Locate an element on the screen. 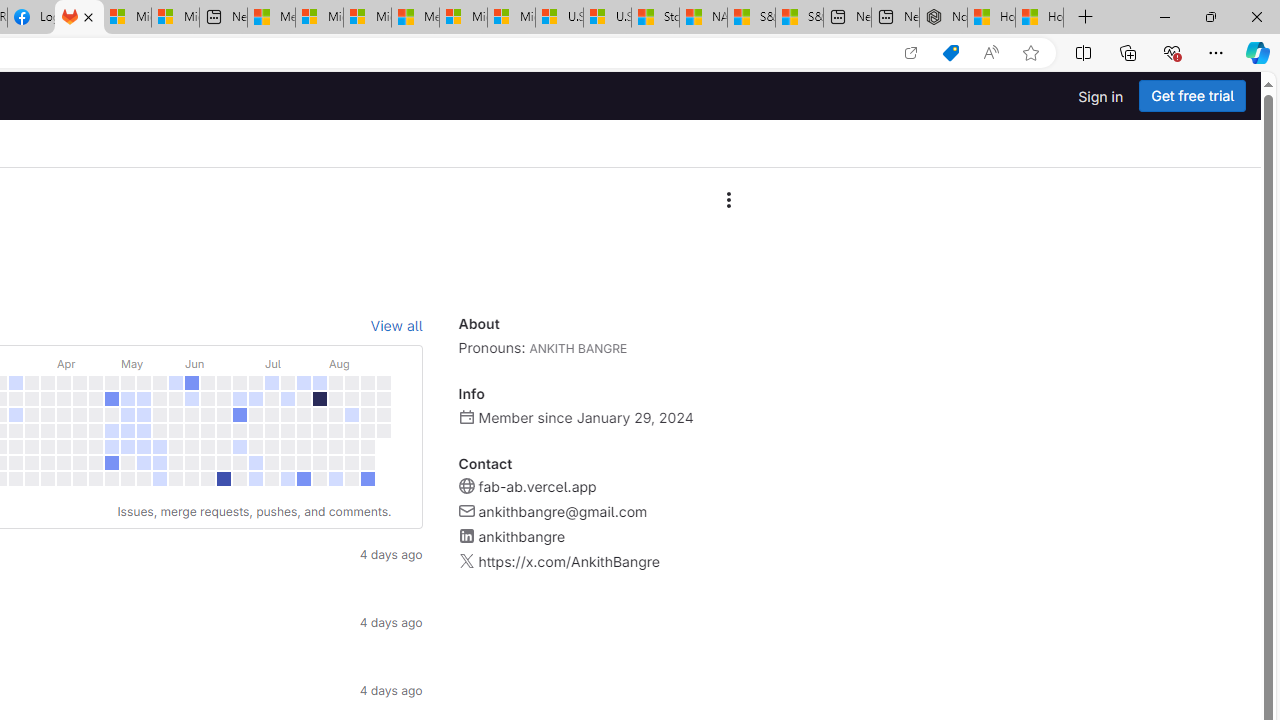 This screenshot has width=1280, height=720. 'AutomationID: dropdown-toggle-btn-16' is located at coordinates (727, 200).